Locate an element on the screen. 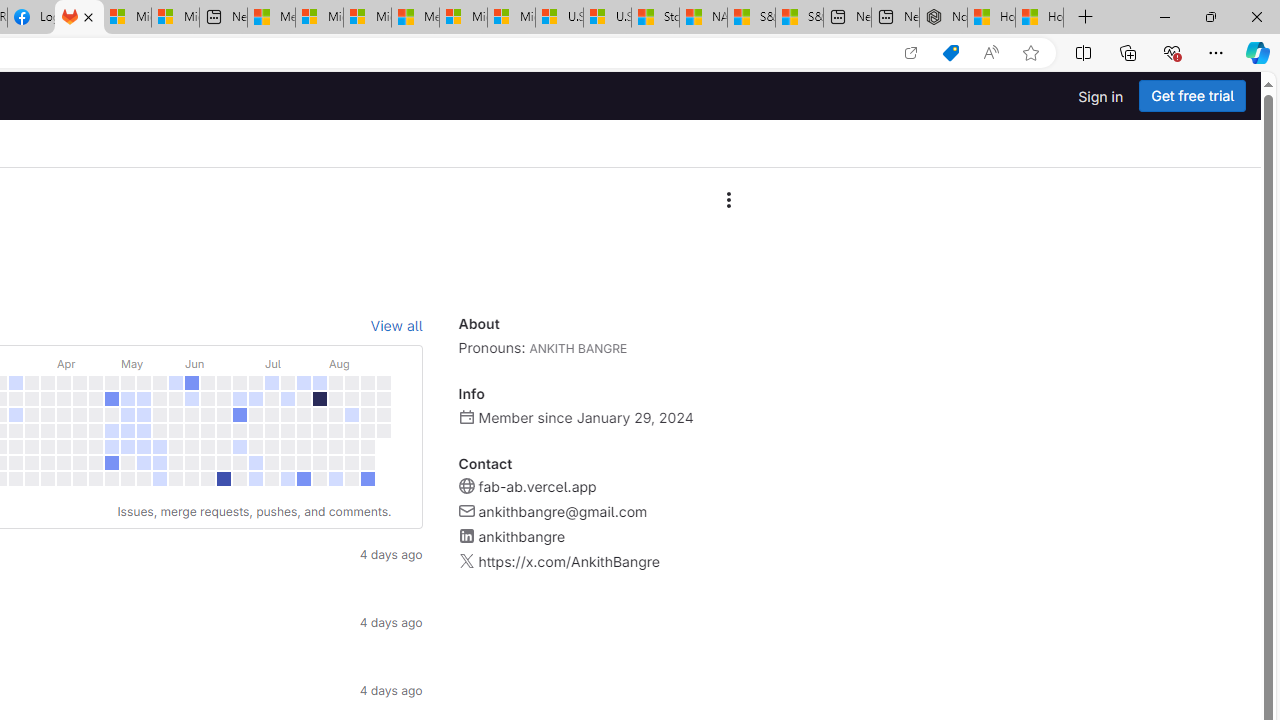 This screenshot has width=1280, height=720. 'AutomationID: dropdown-toggle-btn-16' is located at coordinates (727, 200).